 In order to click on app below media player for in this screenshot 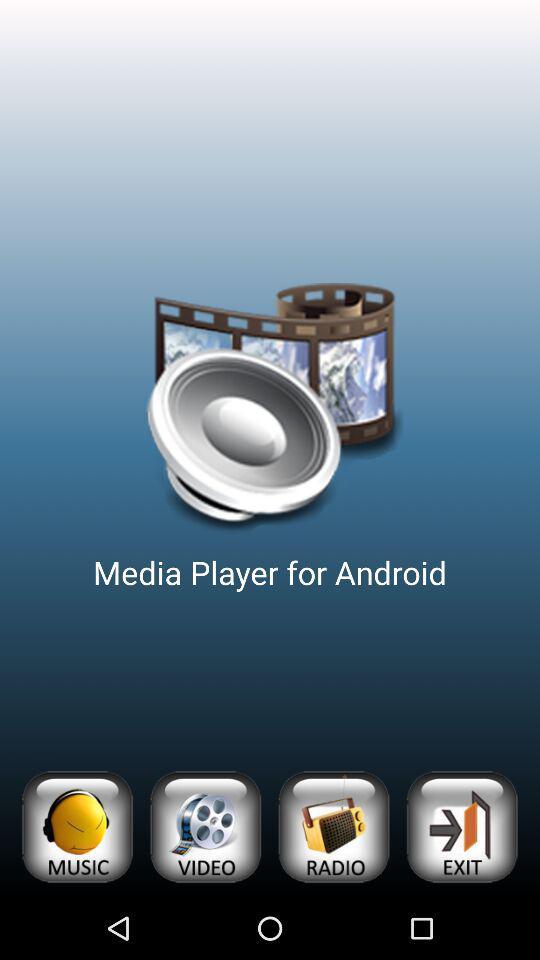, I will do `click(461, 827)`.